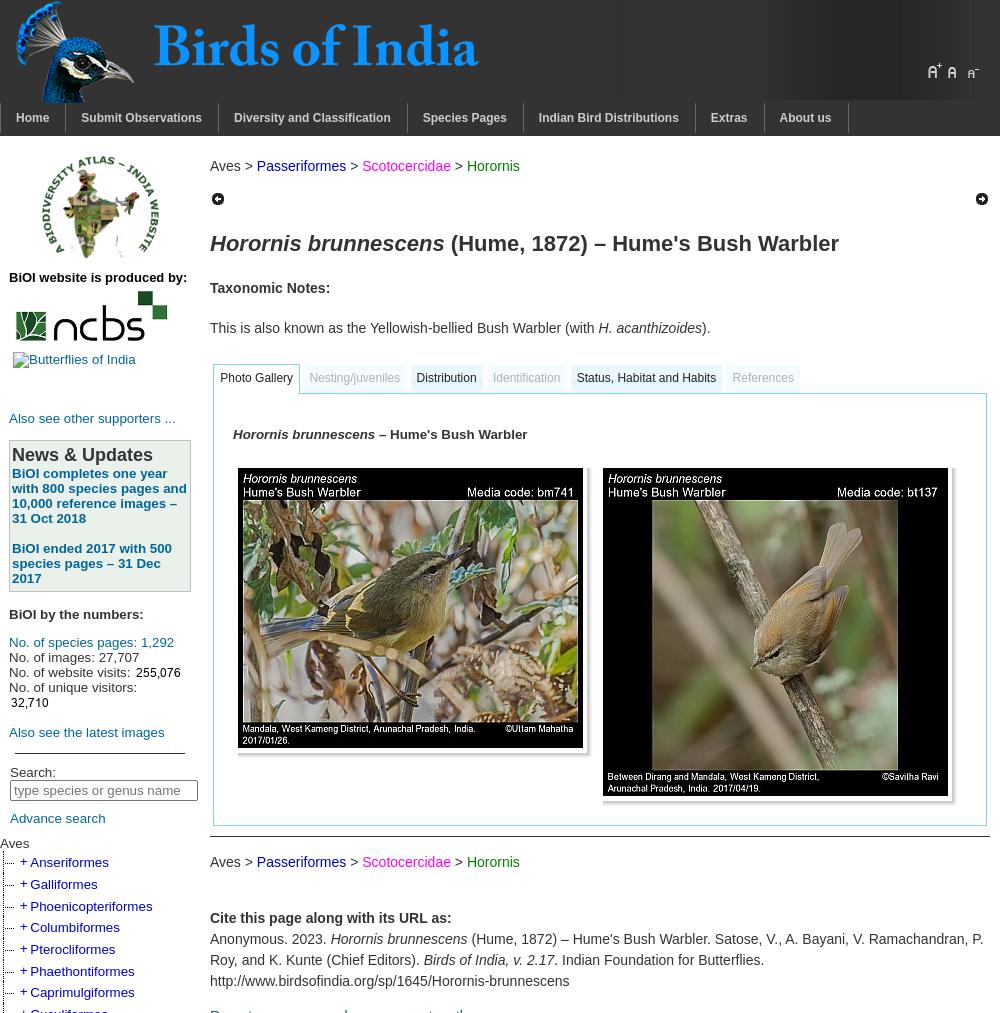  What do you see at coordinates (595, 949) in the screenshot?
I see `'(Hume, 1872)    – Hume's Bush Warbler. Satose, V., A. Bayani, V. Ramachandran, P. Roy, and K. Kunte (Chief Editors).'` at bounding box center [595, 949].